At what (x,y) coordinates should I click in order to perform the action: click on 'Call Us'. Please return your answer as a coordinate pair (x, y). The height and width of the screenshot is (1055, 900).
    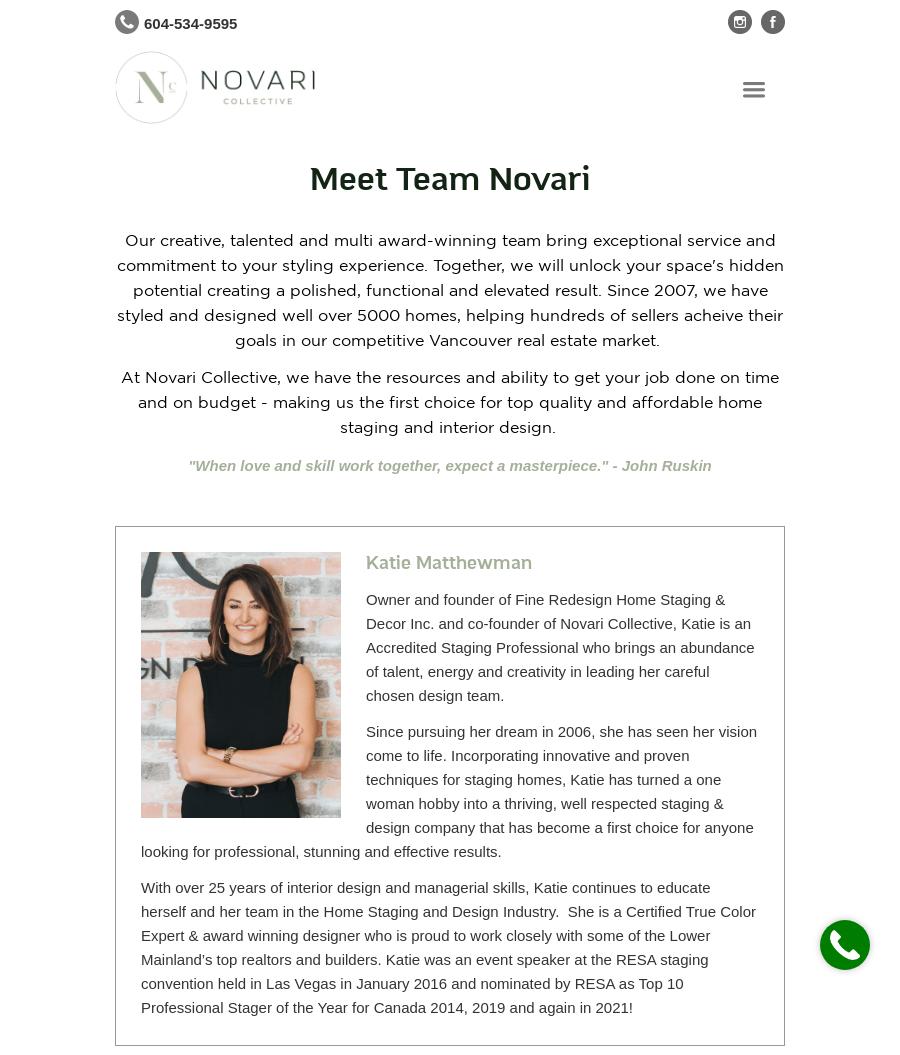
    Looking at the image, I should click on (844, 930).